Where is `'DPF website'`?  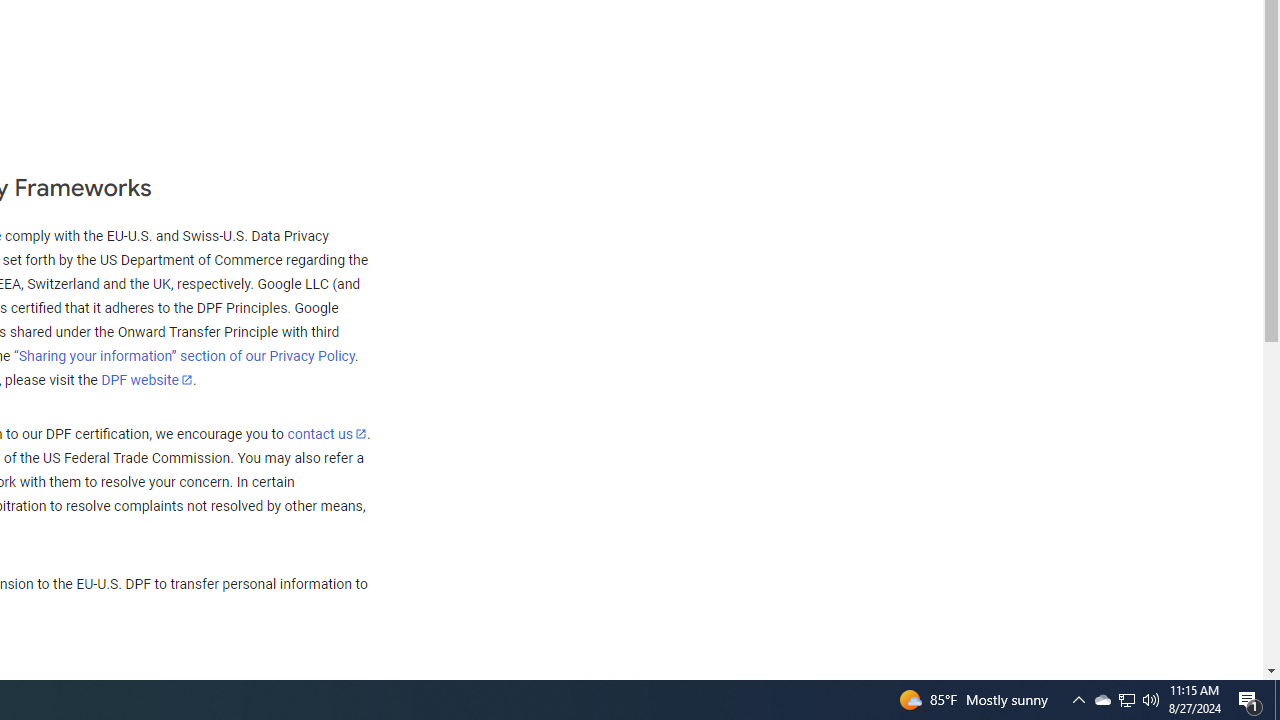 'DPF website' is located at coordinates (146, 379).